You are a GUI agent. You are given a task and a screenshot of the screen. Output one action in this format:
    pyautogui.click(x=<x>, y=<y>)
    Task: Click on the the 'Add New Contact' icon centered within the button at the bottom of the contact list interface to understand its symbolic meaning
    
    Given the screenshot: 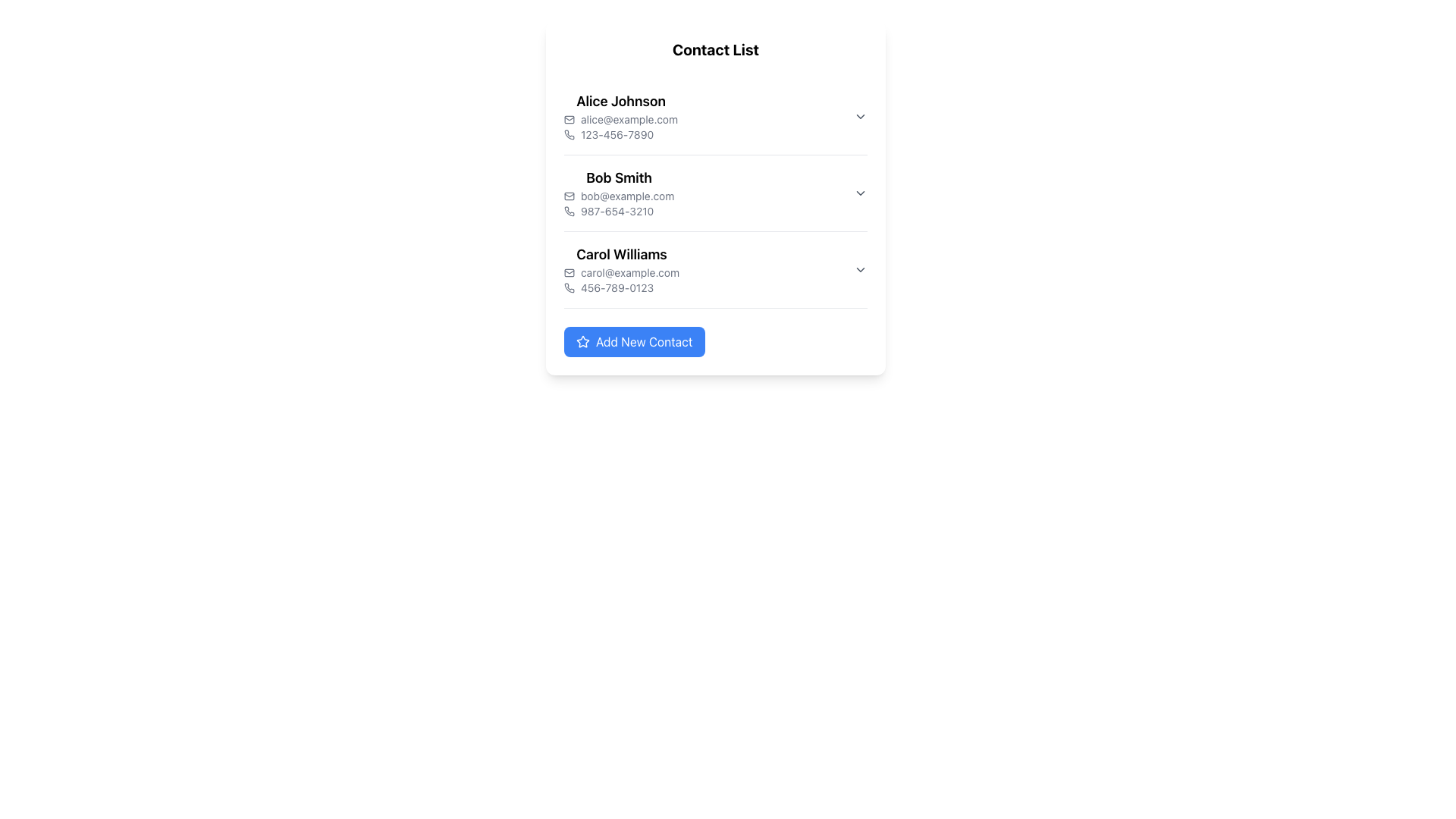 What is the action you would take?
    pyautogui.click(x=582, y=341)
    